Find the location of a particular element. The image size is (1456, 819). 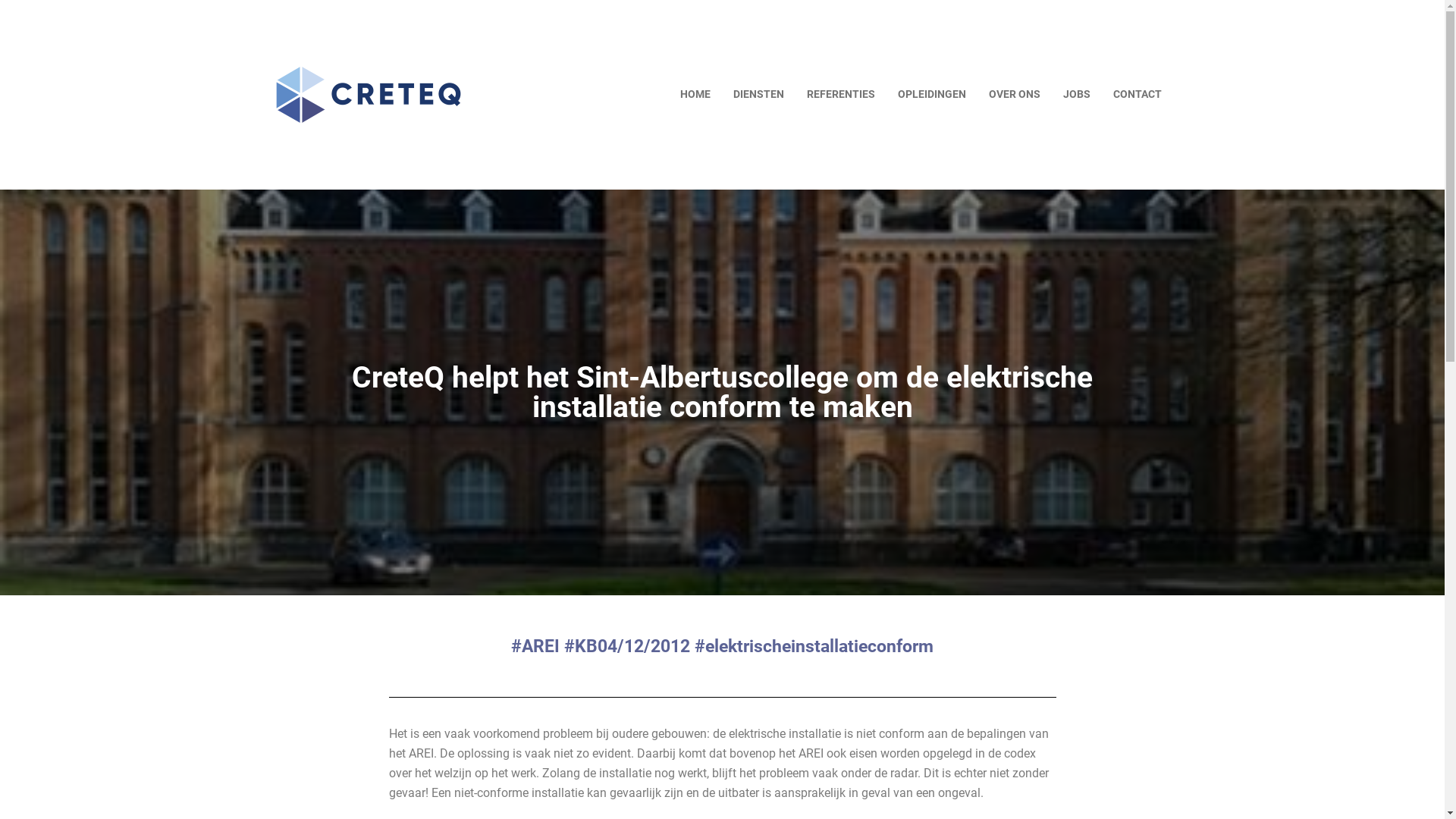

'OPLEIDINGEN' is located at coordinates (930, 94).